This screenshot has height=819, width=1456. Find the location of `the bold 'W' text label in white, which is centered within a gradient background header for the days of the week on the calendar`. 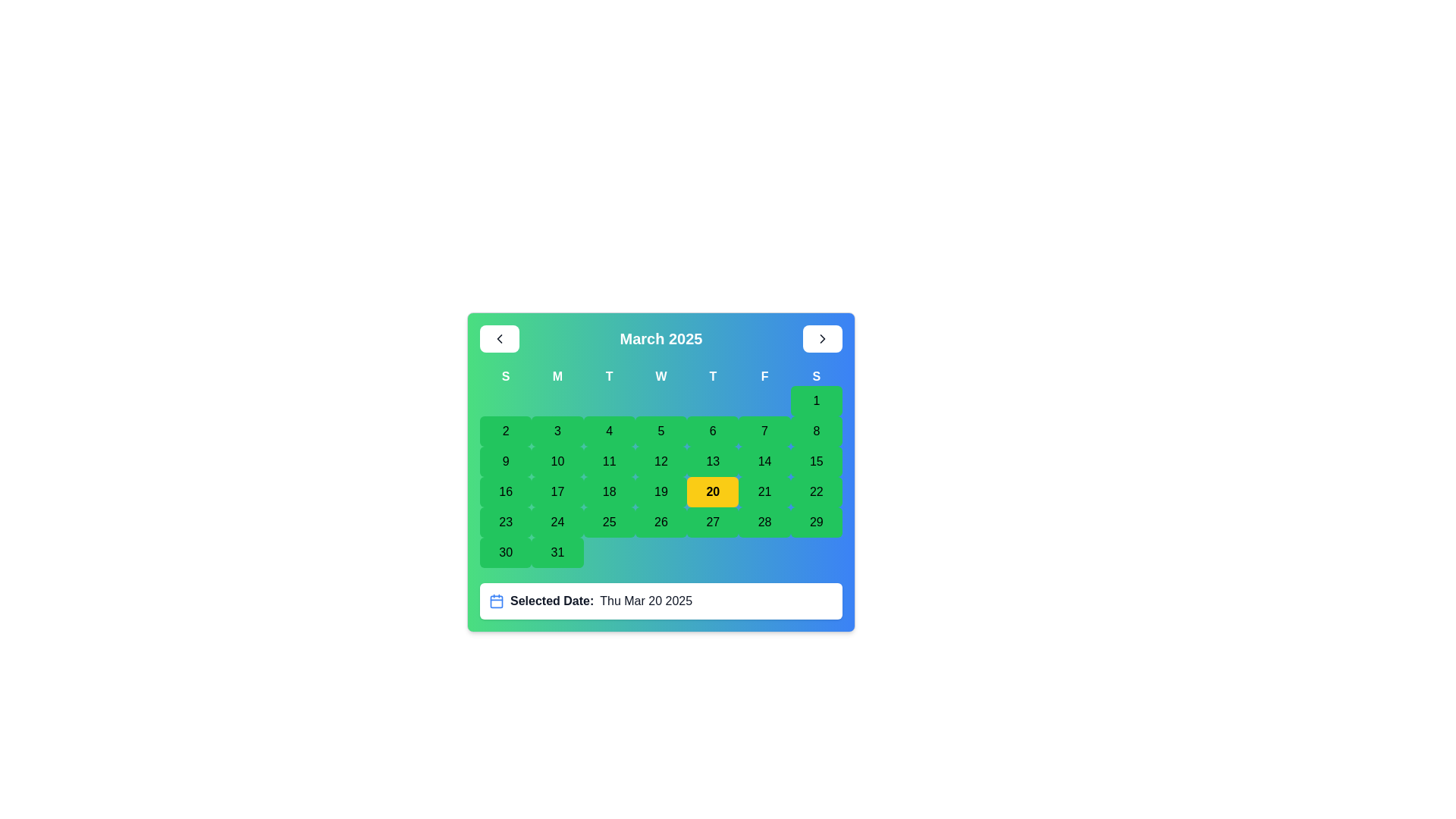

the bold 'W' text label in white, which is centered within a gradient background header for the days of the week on the calendar is located at coordinates (661, 376).